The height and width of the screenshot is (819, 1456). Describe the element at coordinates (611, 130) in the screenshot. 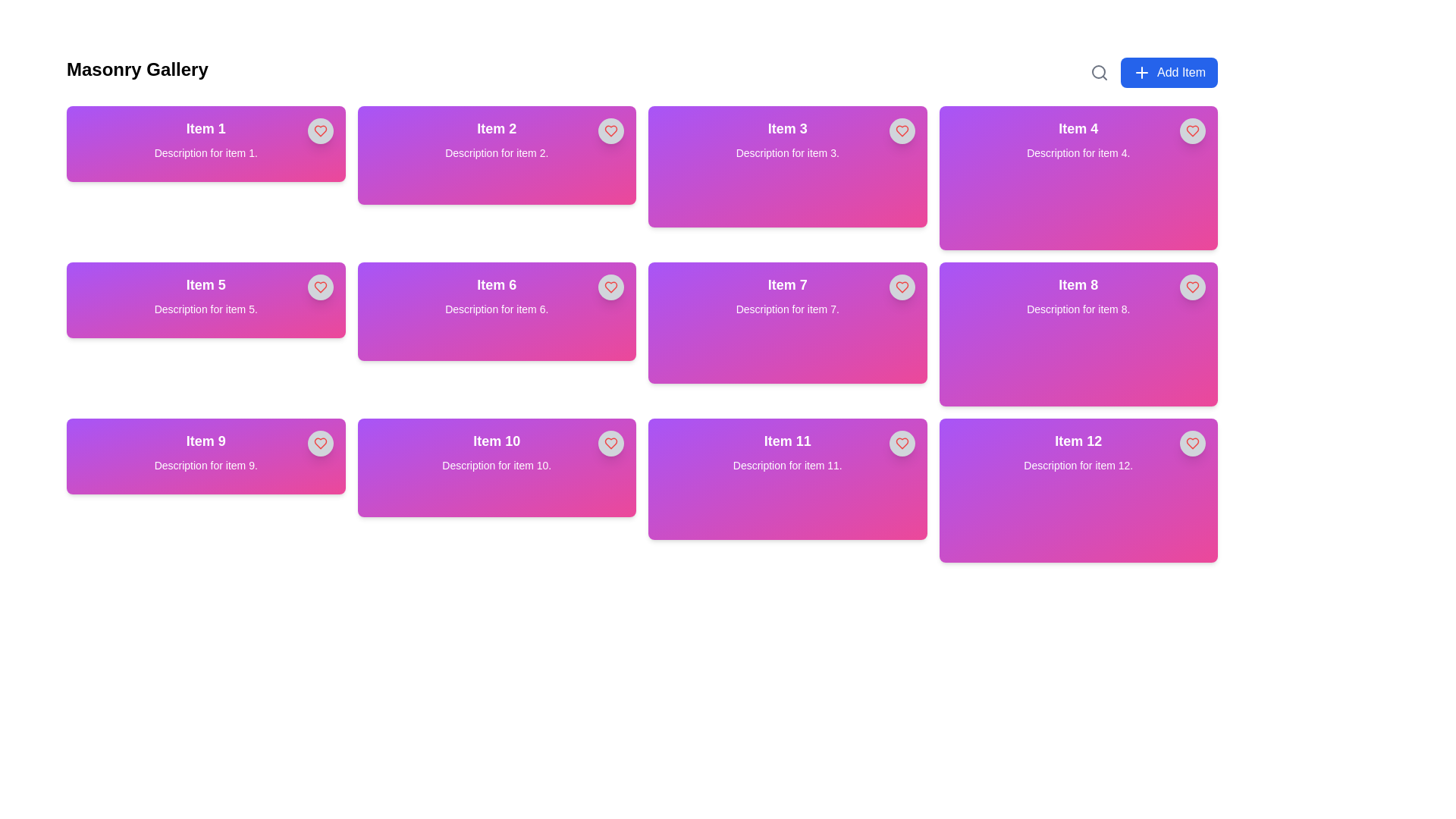

I see `the circular gray button with a red outlined heart icon located at the top-right corner of the card for 'Item 2'` at that location.